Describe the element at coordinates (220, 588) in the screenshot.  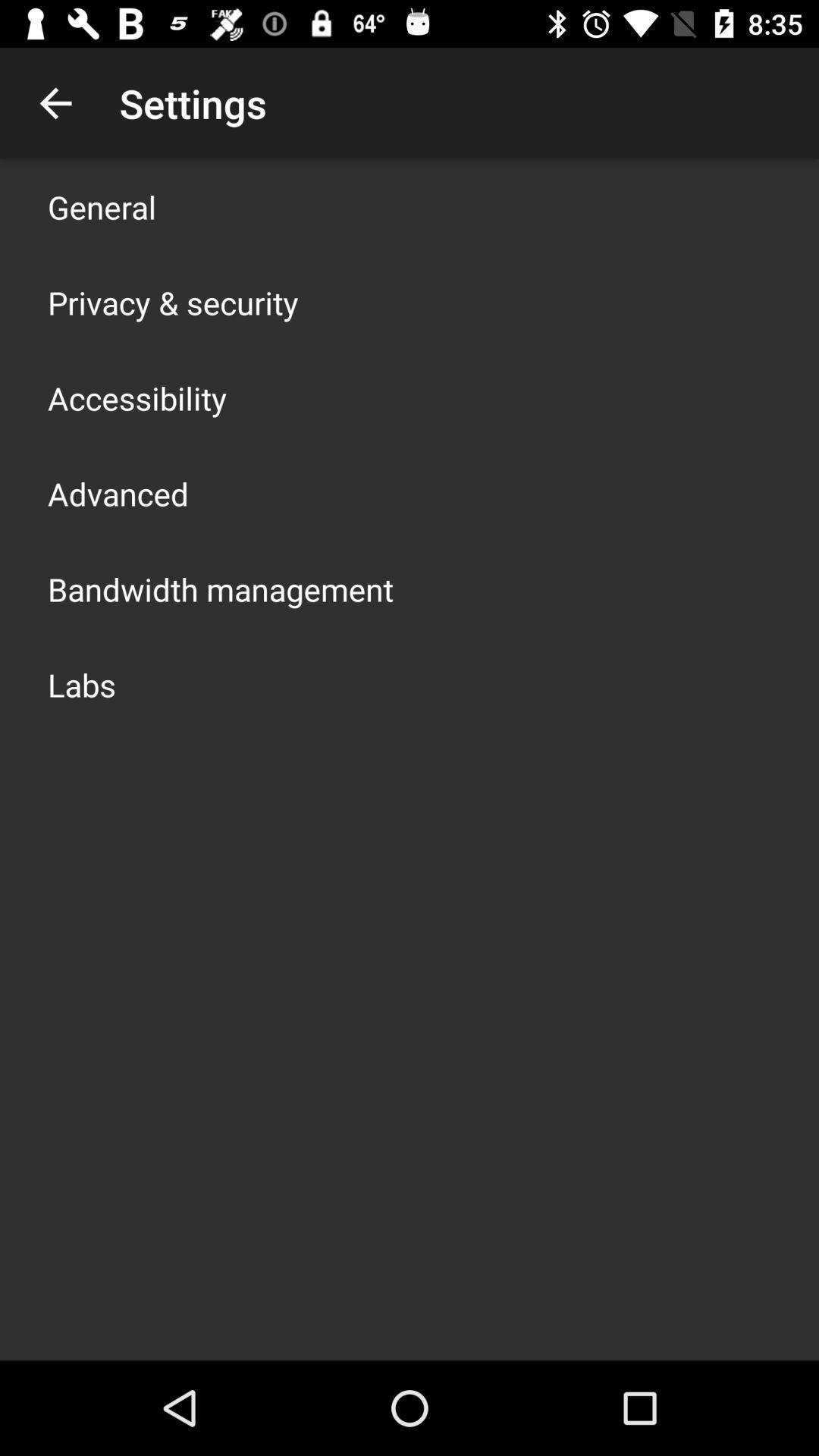
I see `icon below the advanced app` at that location.